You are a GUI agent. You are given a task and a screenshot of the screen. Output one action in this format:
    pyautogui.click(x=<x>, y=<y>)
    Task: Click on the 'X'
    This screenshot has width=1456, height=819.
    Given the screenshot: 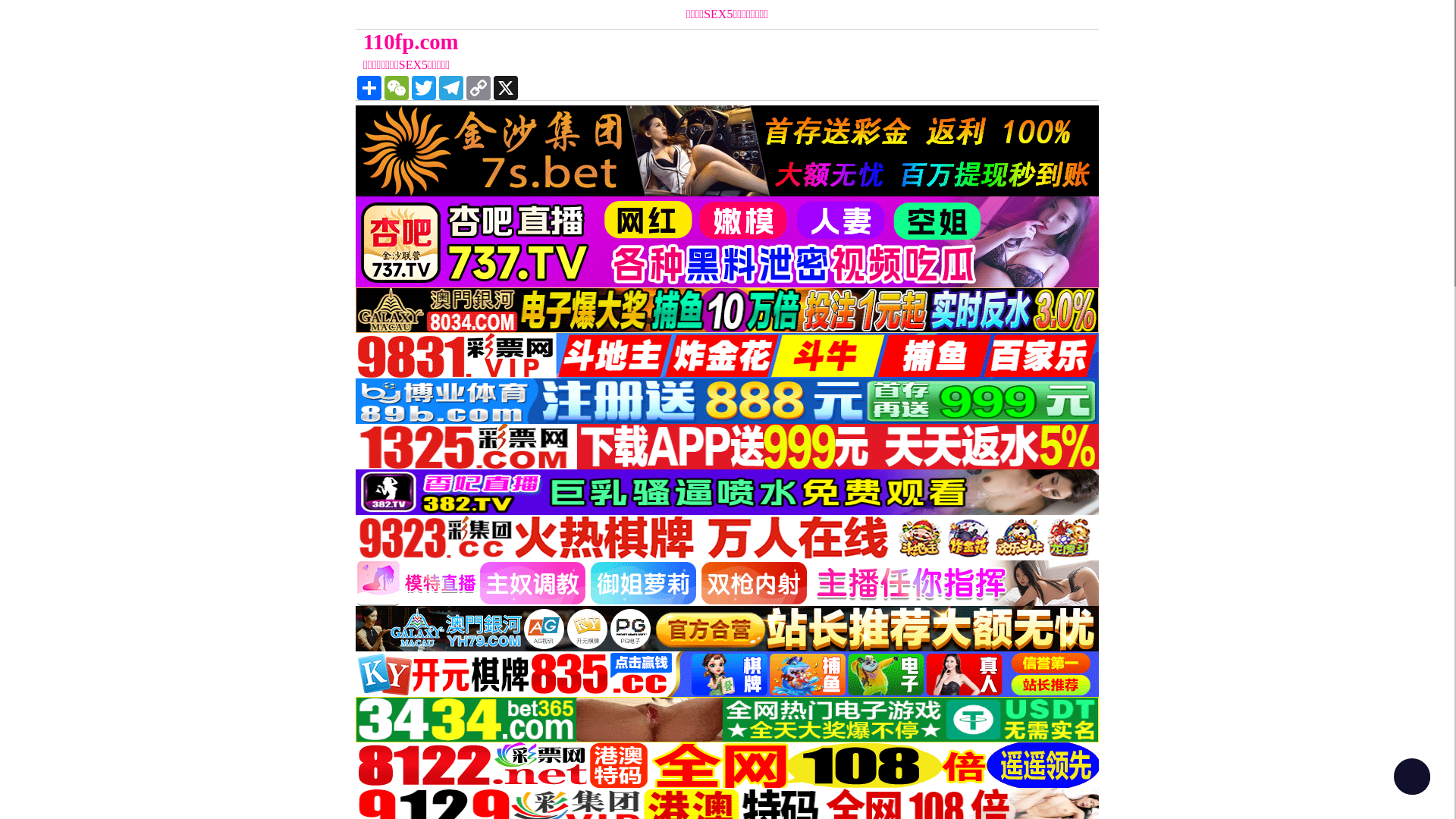 What is the action you would take?
    pyautogui.click(x=506, y=87)
    